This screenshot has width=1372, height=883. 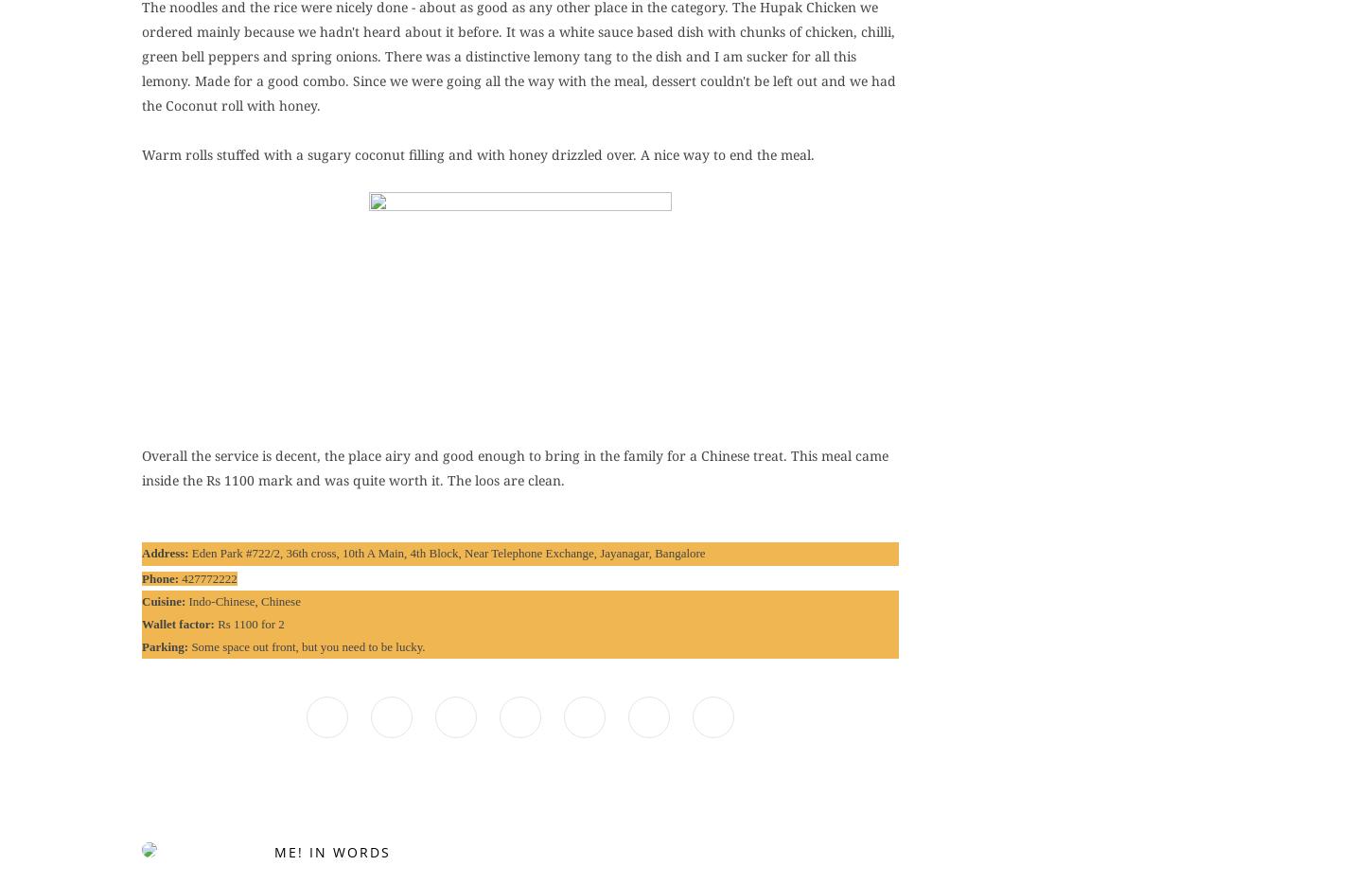 I want to click on 'Some space out front, but you need to be lucky.', so click(x=308, y=646).